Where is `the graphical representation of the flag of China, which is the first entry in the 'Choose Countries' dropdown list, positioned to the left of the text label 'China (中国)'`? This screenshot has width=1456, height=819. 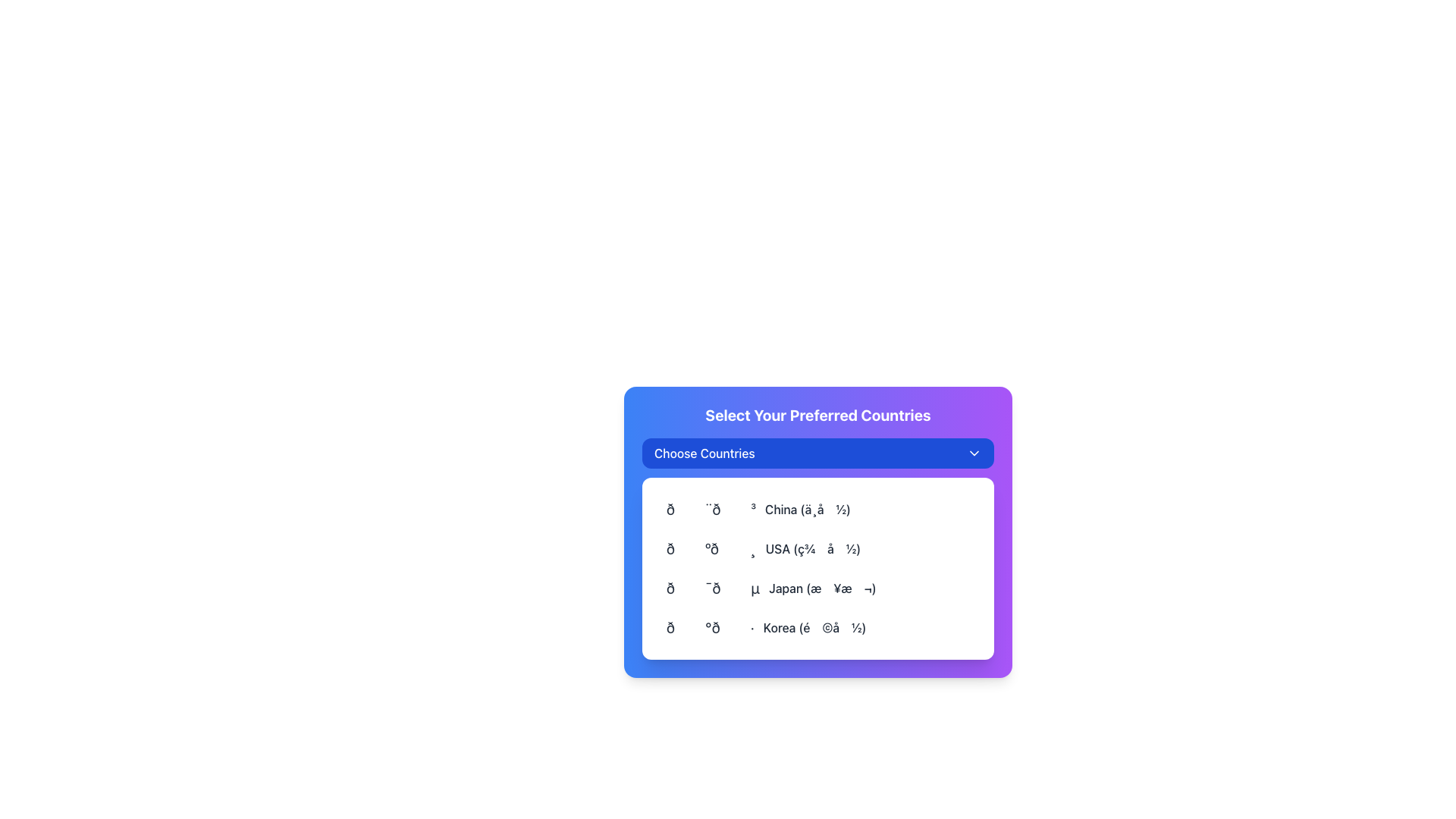
the graphical representation of the flag of China, which is the first entry in the 'Choose Countries' dropdown list, positioned to the left of the text label 'China (中国)' is located at coordinates (710, 509).